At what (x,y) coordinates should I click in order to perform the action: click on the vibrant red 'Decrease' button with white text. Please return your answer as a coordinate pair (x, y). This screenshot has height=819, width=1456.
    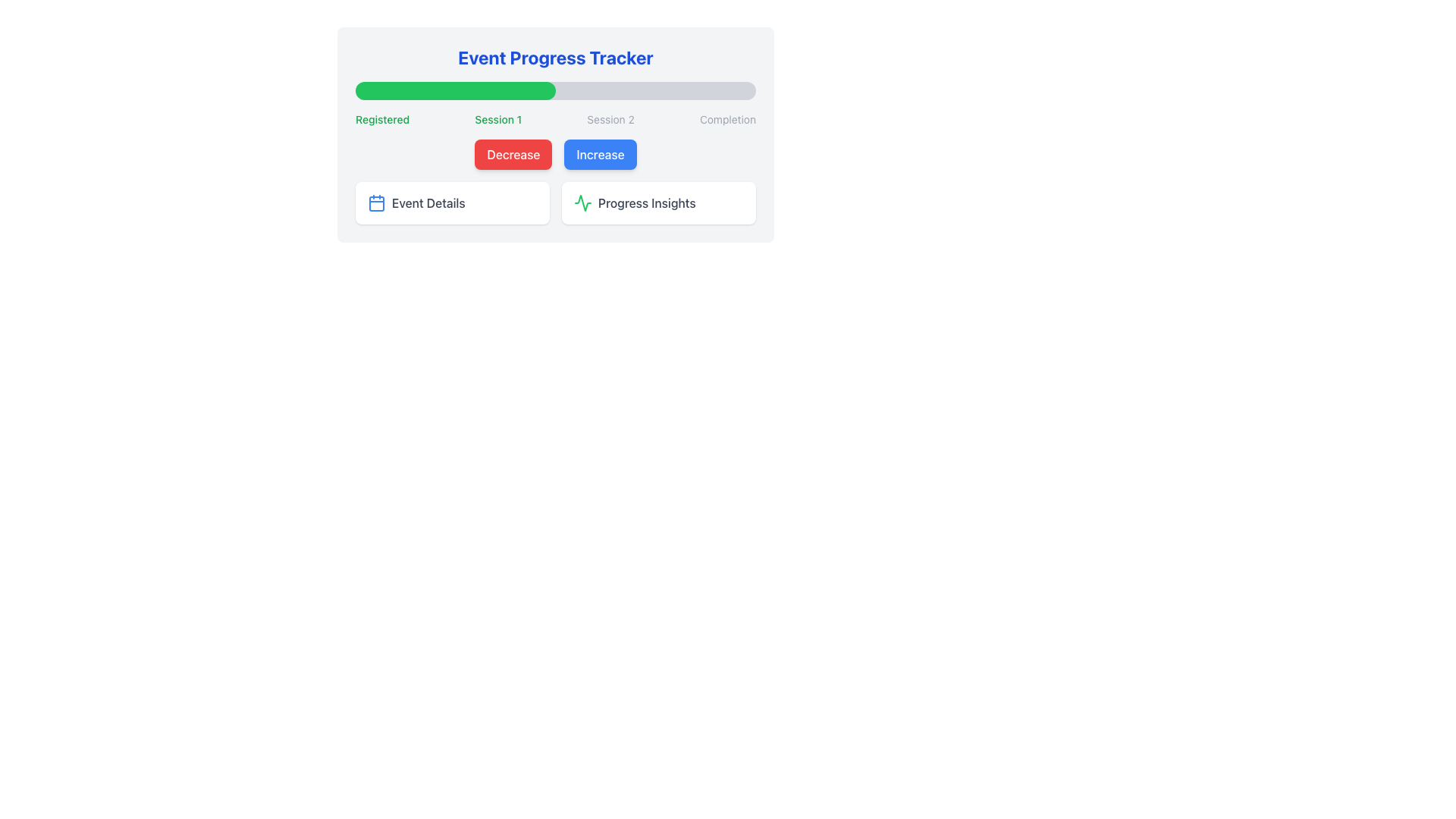
    Looking at the image, I should click on (513, 155).